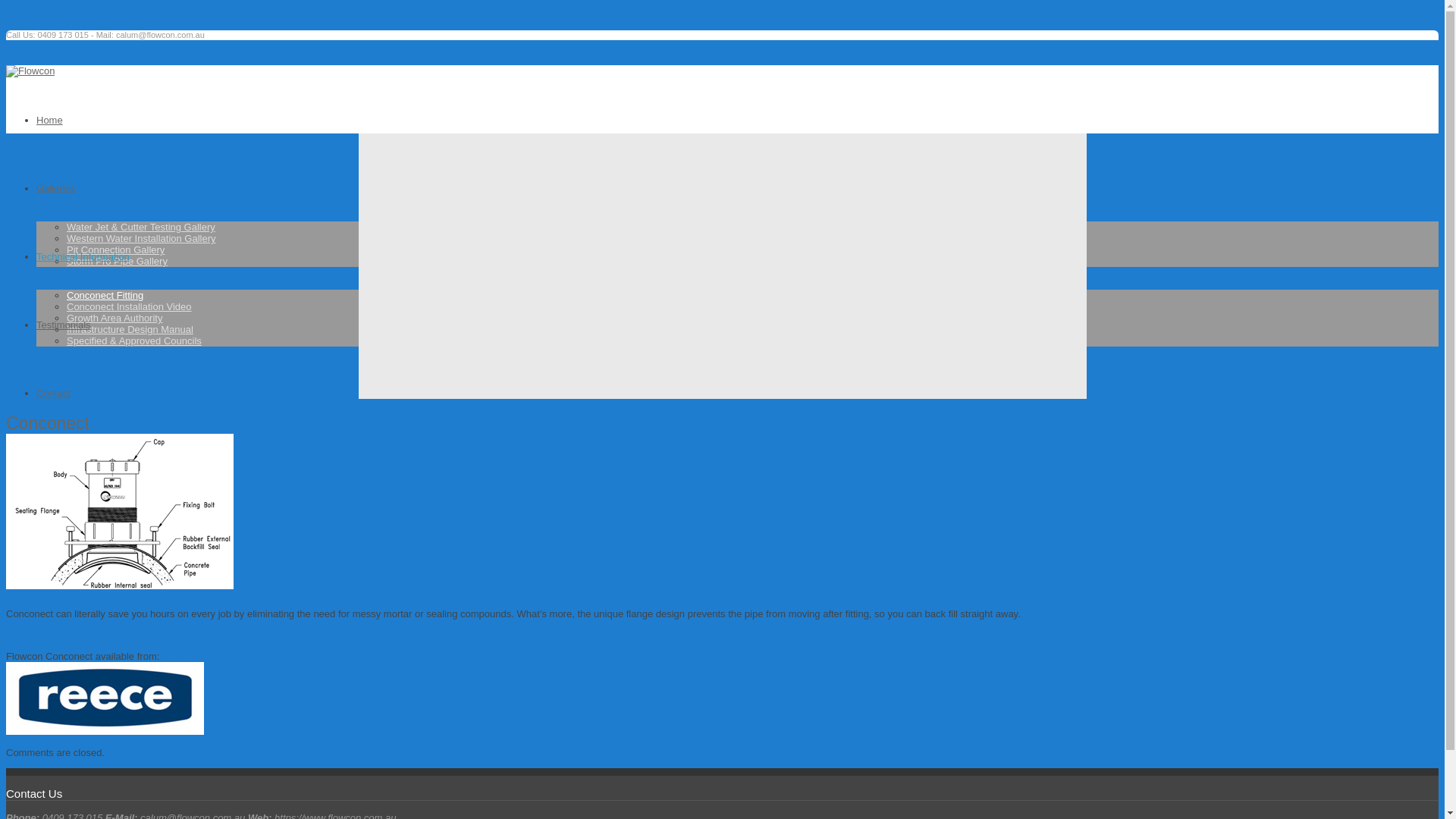 Image resolution: width=1456 pixels, height=819 pixels. Describe the element at coordinates (55, 187) in the screenshot. I see `'Galleries'` at that location.